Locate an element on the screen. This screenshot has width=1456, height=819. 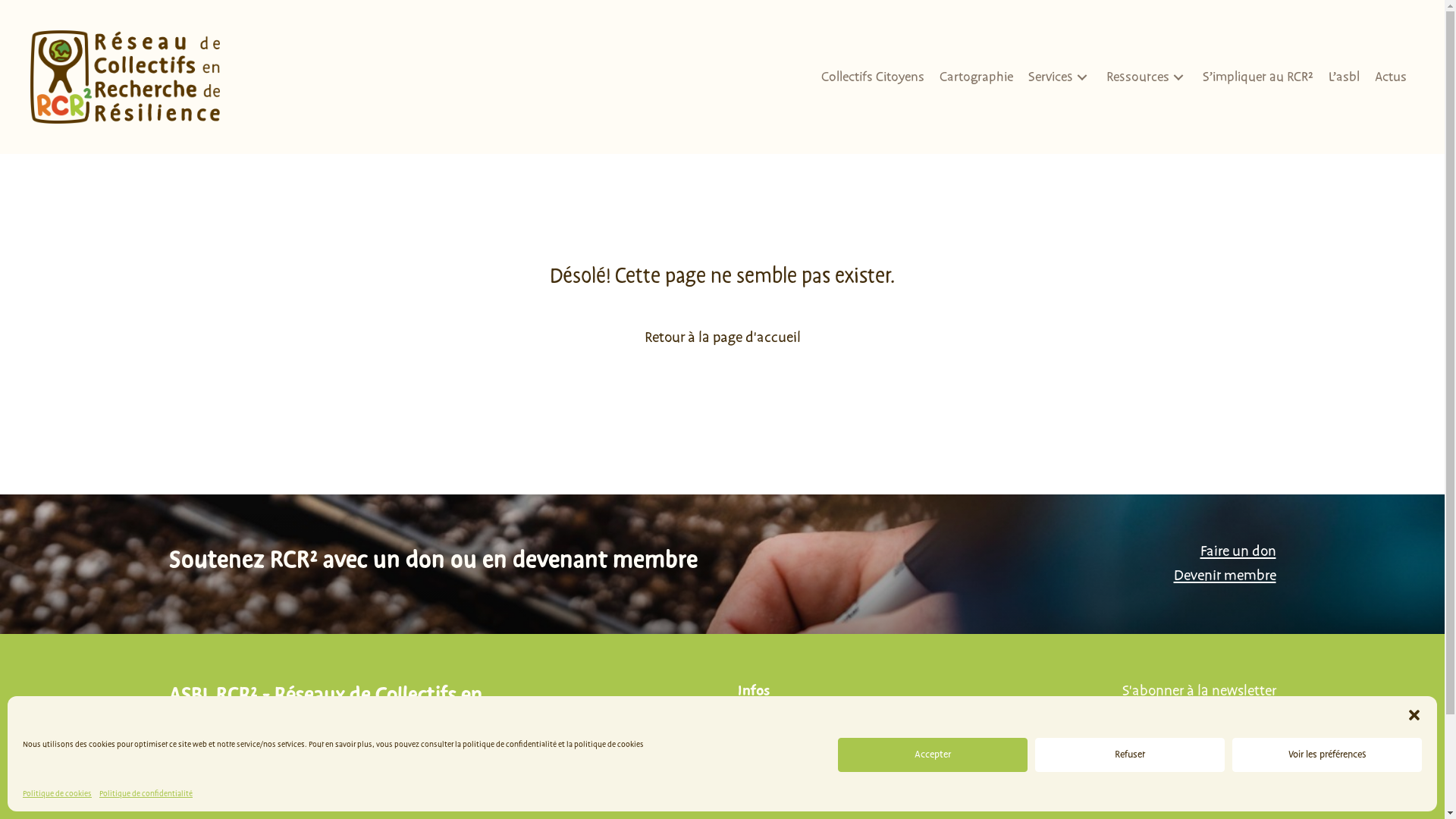
'info@asblrcr.be' is located at coordinates (832, 745).